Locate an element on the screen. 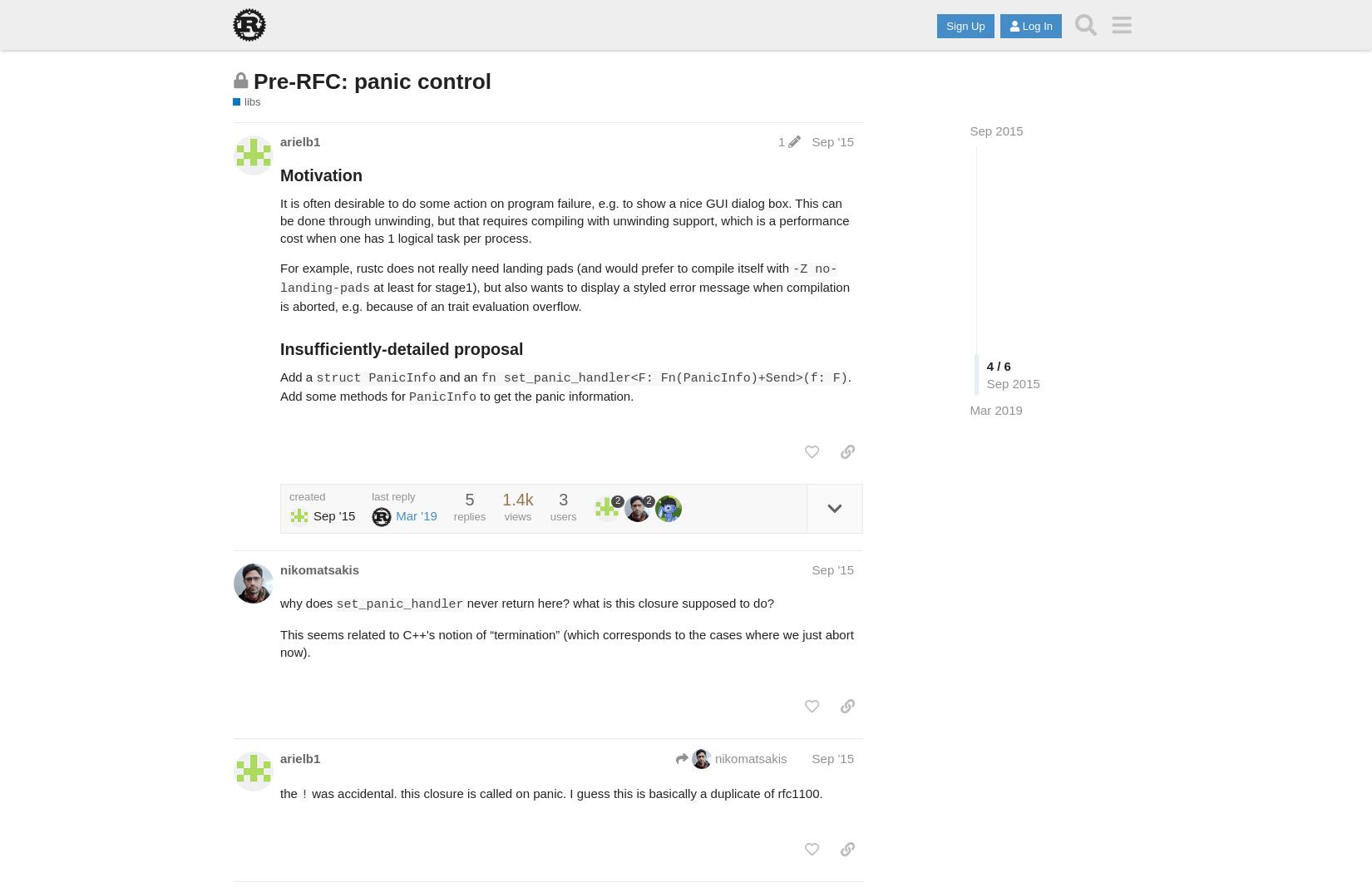 This screenshot has width=1372, height=892. 'For example, rustc does not really need landing pads (and would prefer to compile itself with' is located at coordinates (535, 267).